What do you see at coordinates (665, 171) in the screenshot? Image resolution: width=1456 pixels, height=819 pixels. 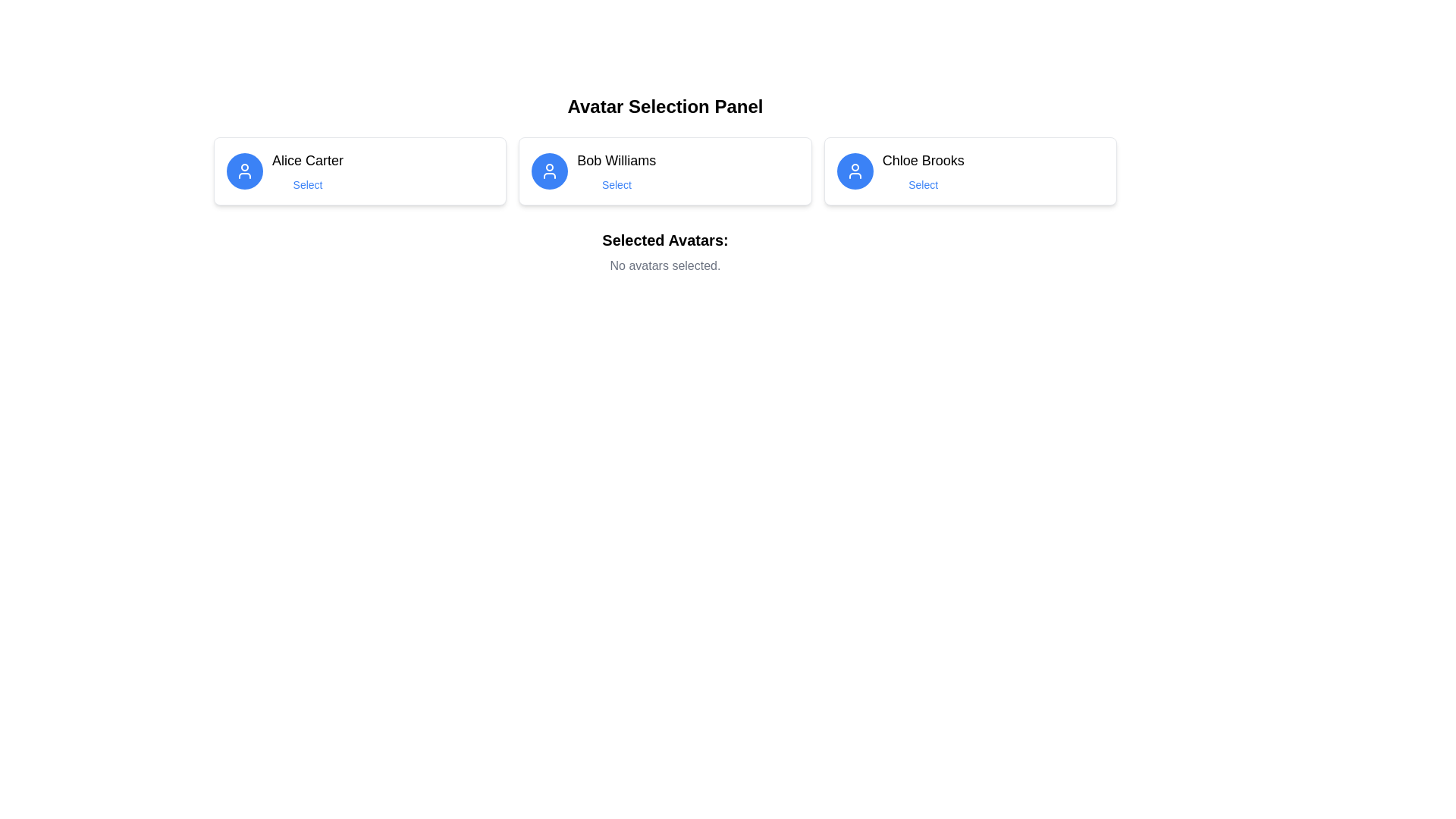 I see `the card containing the avatar of 'Bob Williams', which is the second card in a horizontal list, to potentially reveal additional options` at bounding box center [665, 171].